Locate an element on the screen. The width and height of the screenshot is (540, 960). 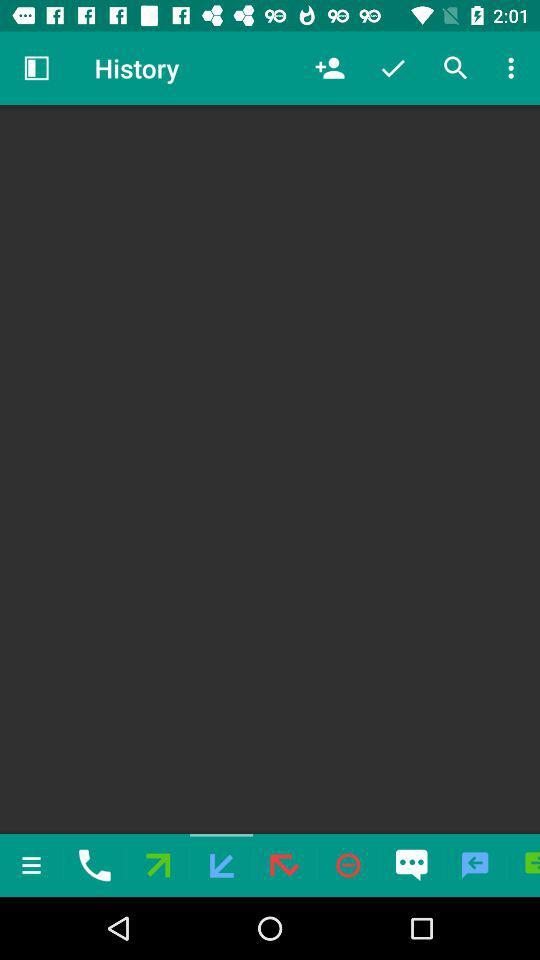
the icon to the left of history item is located at coordinates (36, 68).